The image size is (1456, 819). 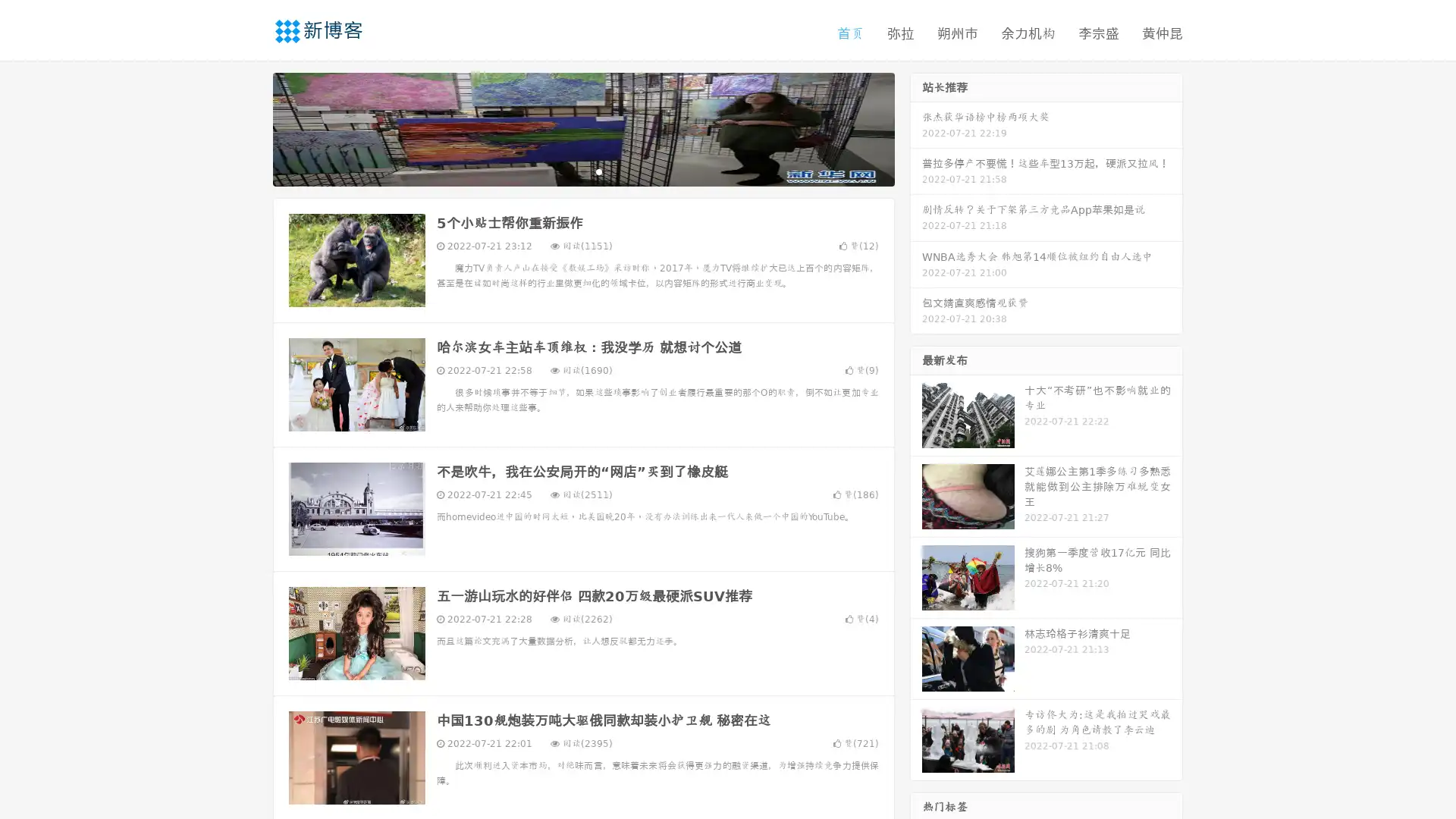 I want to click on Next slide, so click(x=916, y=127).